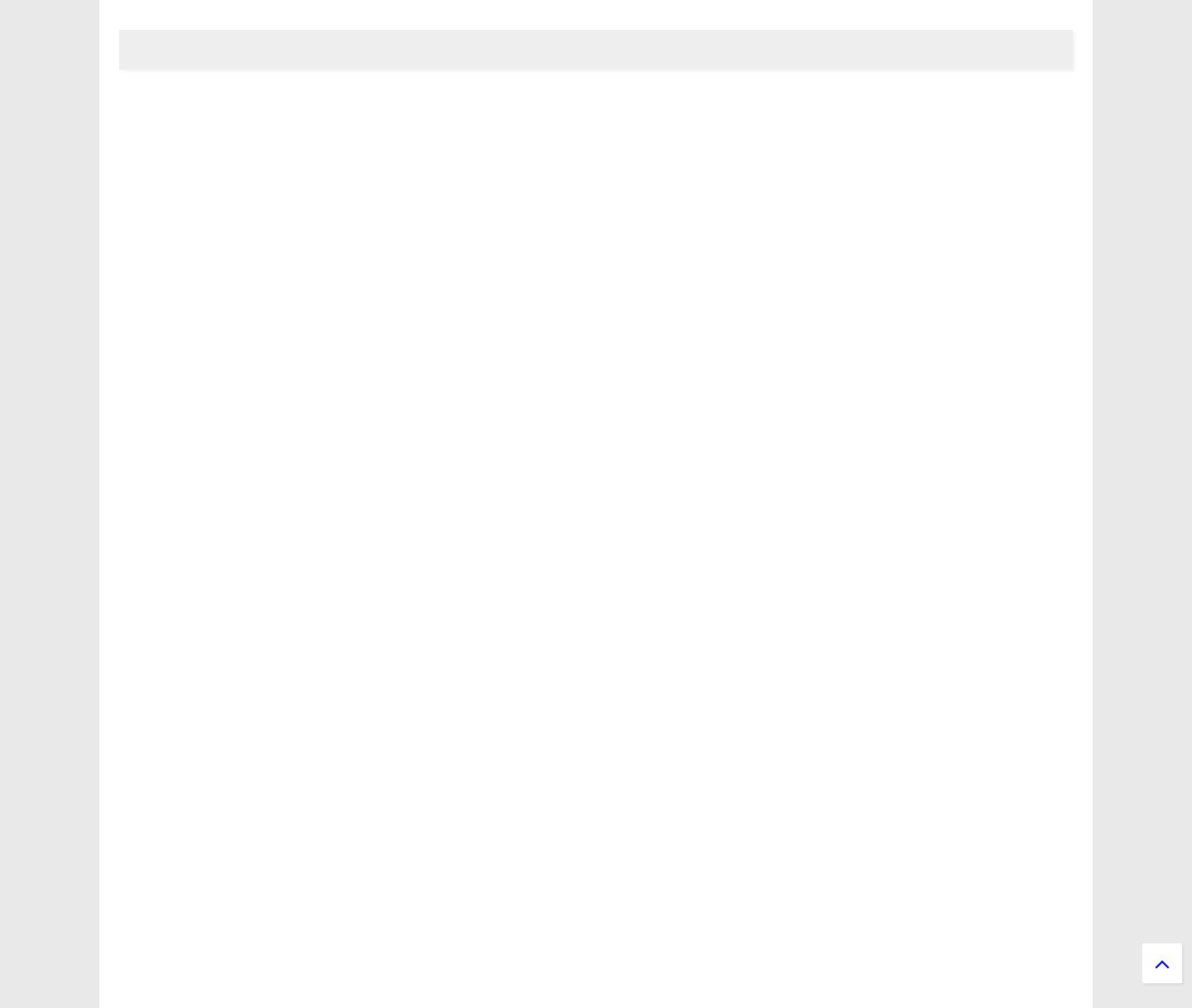  What do you see at coordinates (208, 753) in the screenshot?
I see `'Accounting Course'` at bounding box center [208, 753].